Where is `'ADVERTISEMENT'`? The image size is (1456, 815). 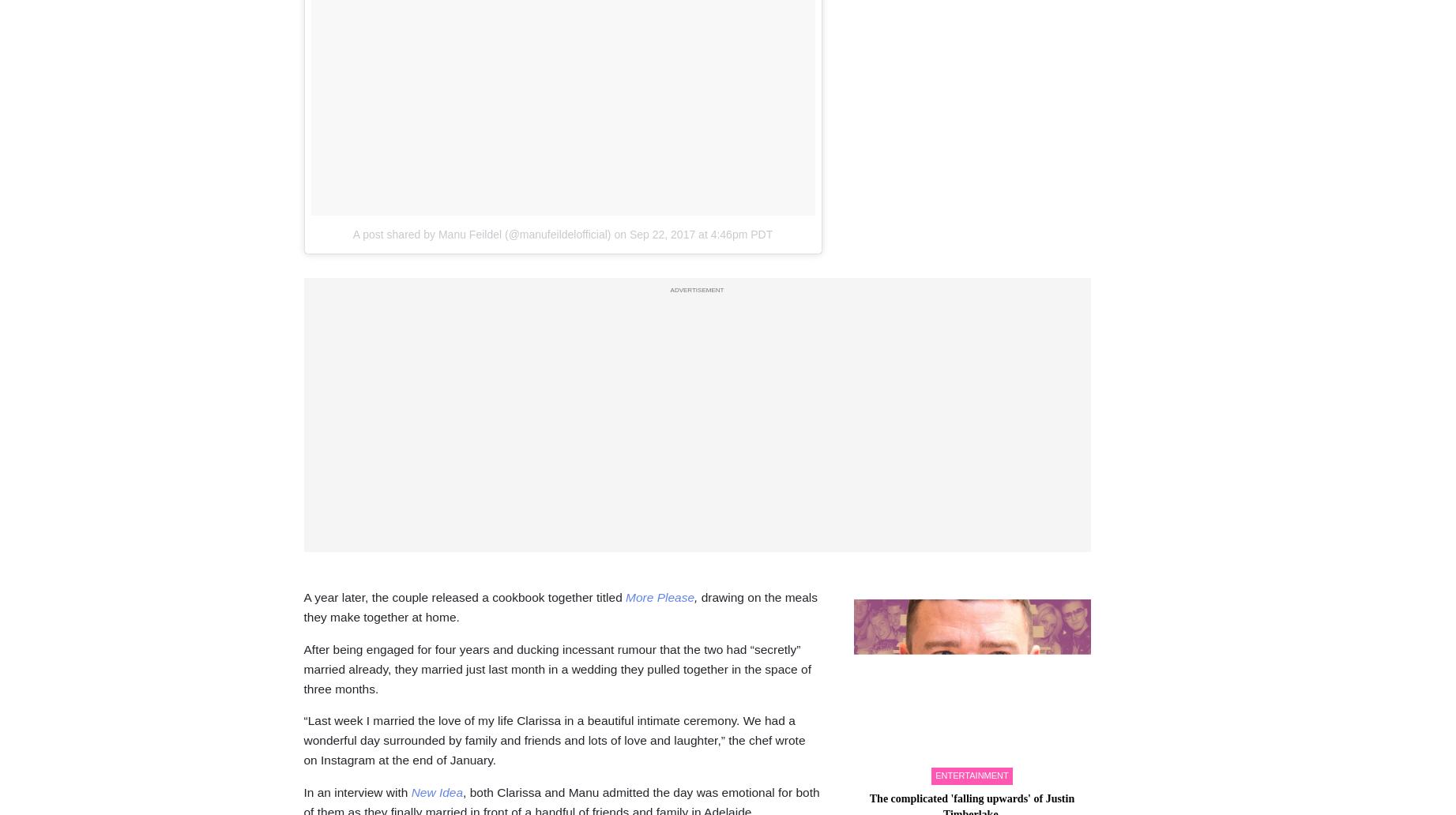 'ADVERTISEMENT' is located at coordinates (697, 289).